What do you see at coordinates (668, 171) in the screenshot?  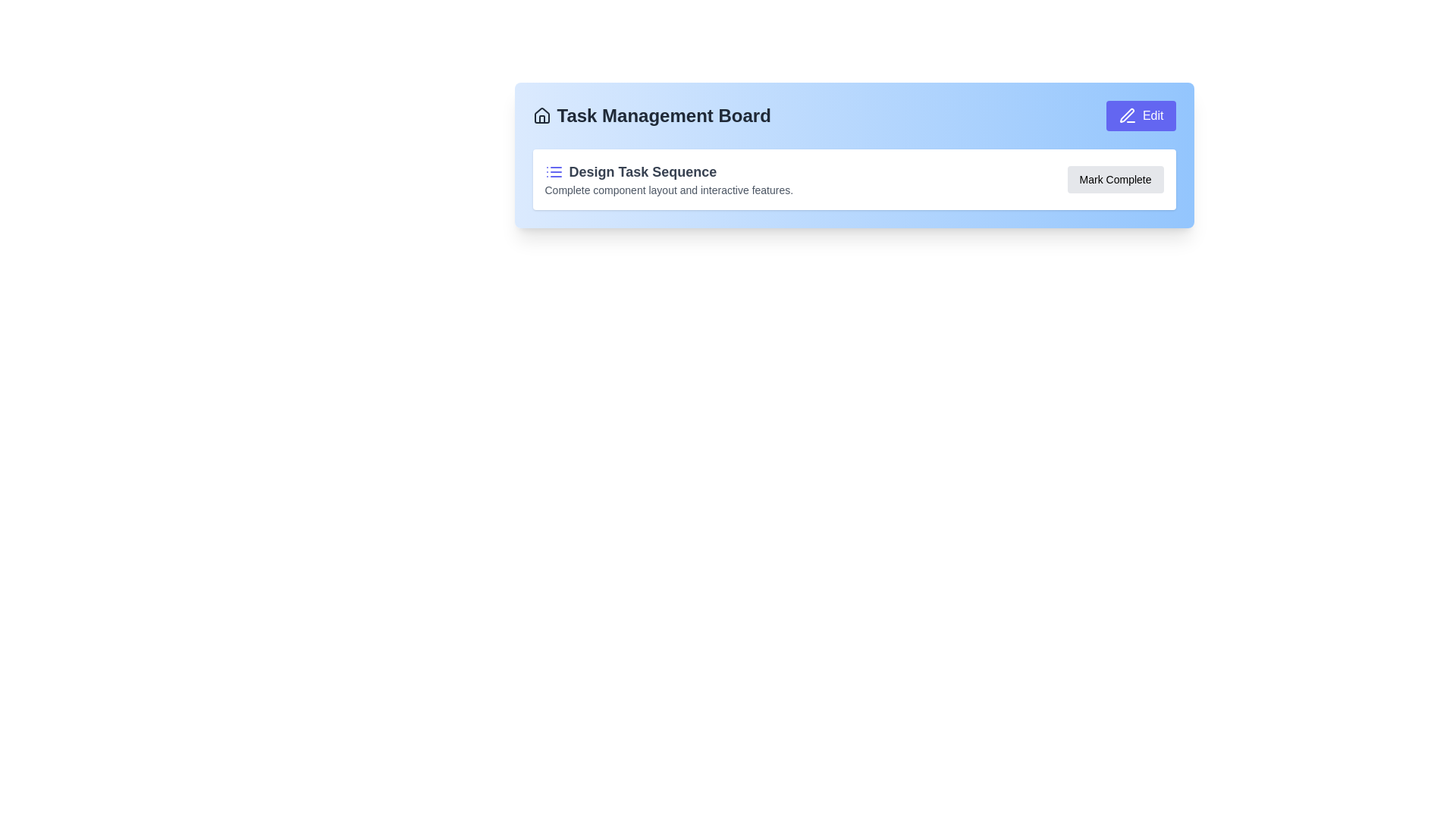 I see `the 'Design Task Sequence' text header with an indigo list icon, which is prominently displayed under the 'Task Management Board' section` at bounding box center [668, 171].